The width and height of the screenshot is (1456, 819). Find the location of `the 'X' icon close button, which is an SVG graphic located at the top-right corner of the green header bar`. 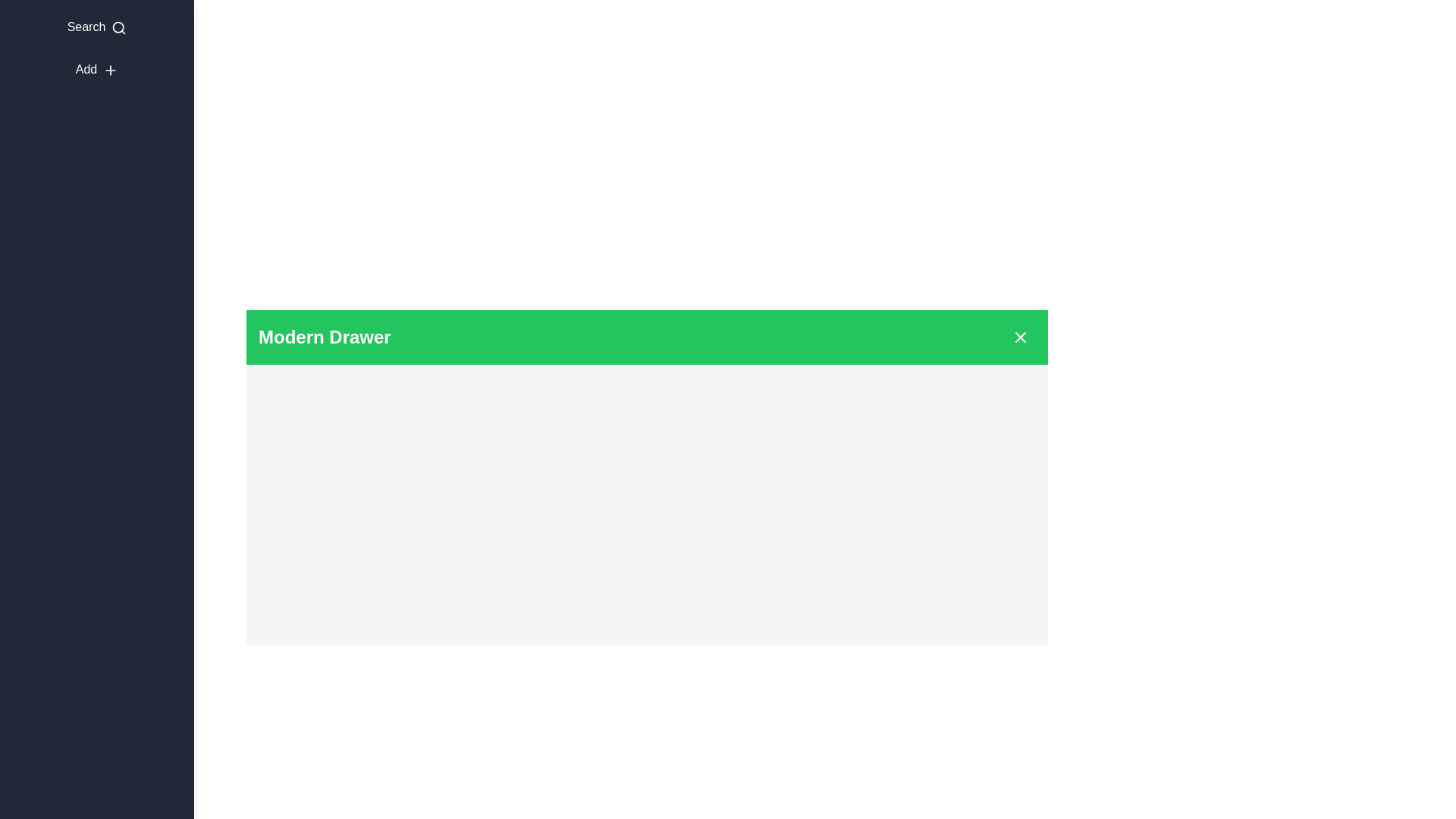

the 'X' icon close button, which is an SVG graphic located at the top-right corner of the green header bar is located at coordinates (1020, 336).